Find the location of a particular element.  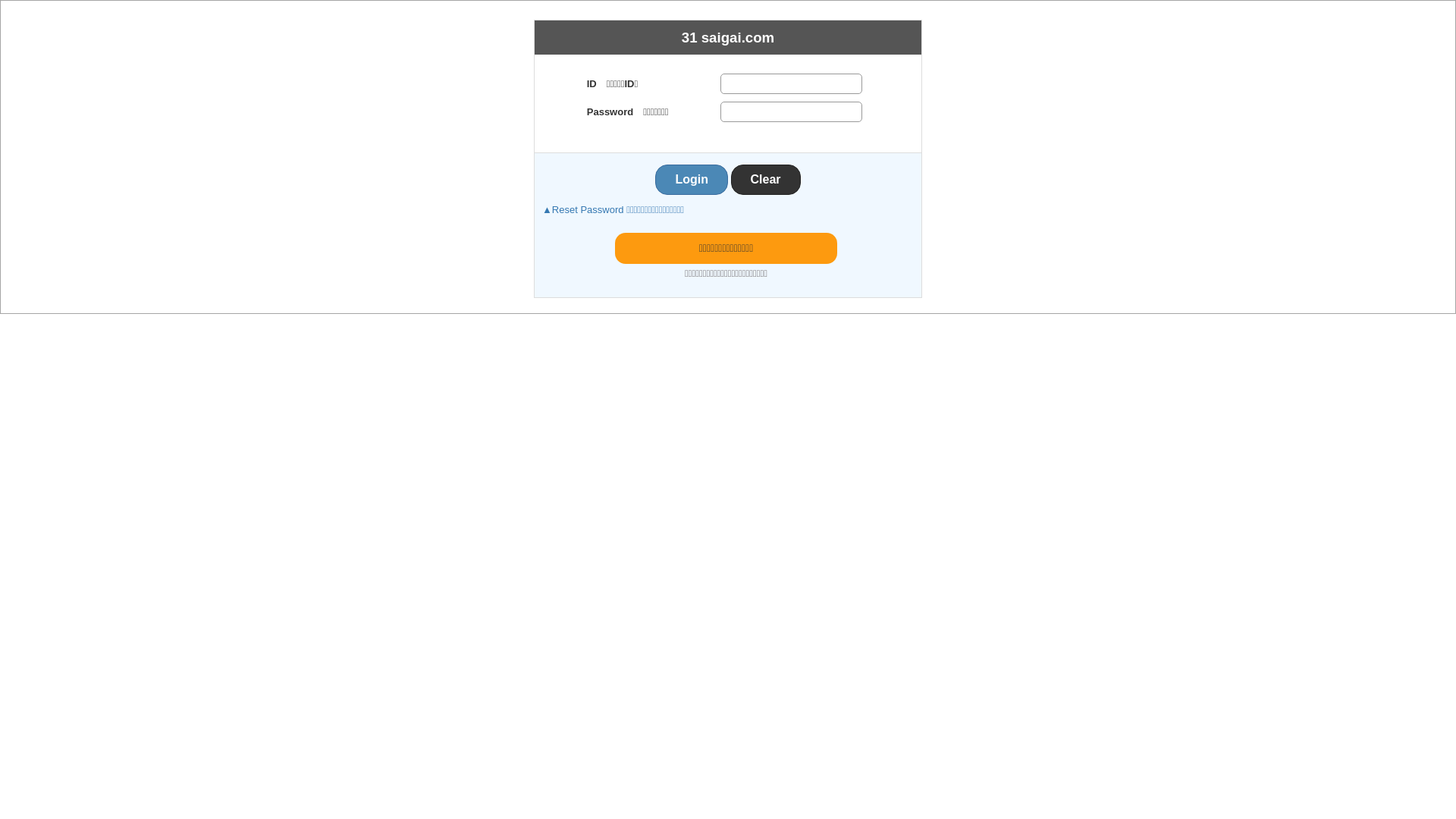

'Clear' is located at coordinates (765, 178).